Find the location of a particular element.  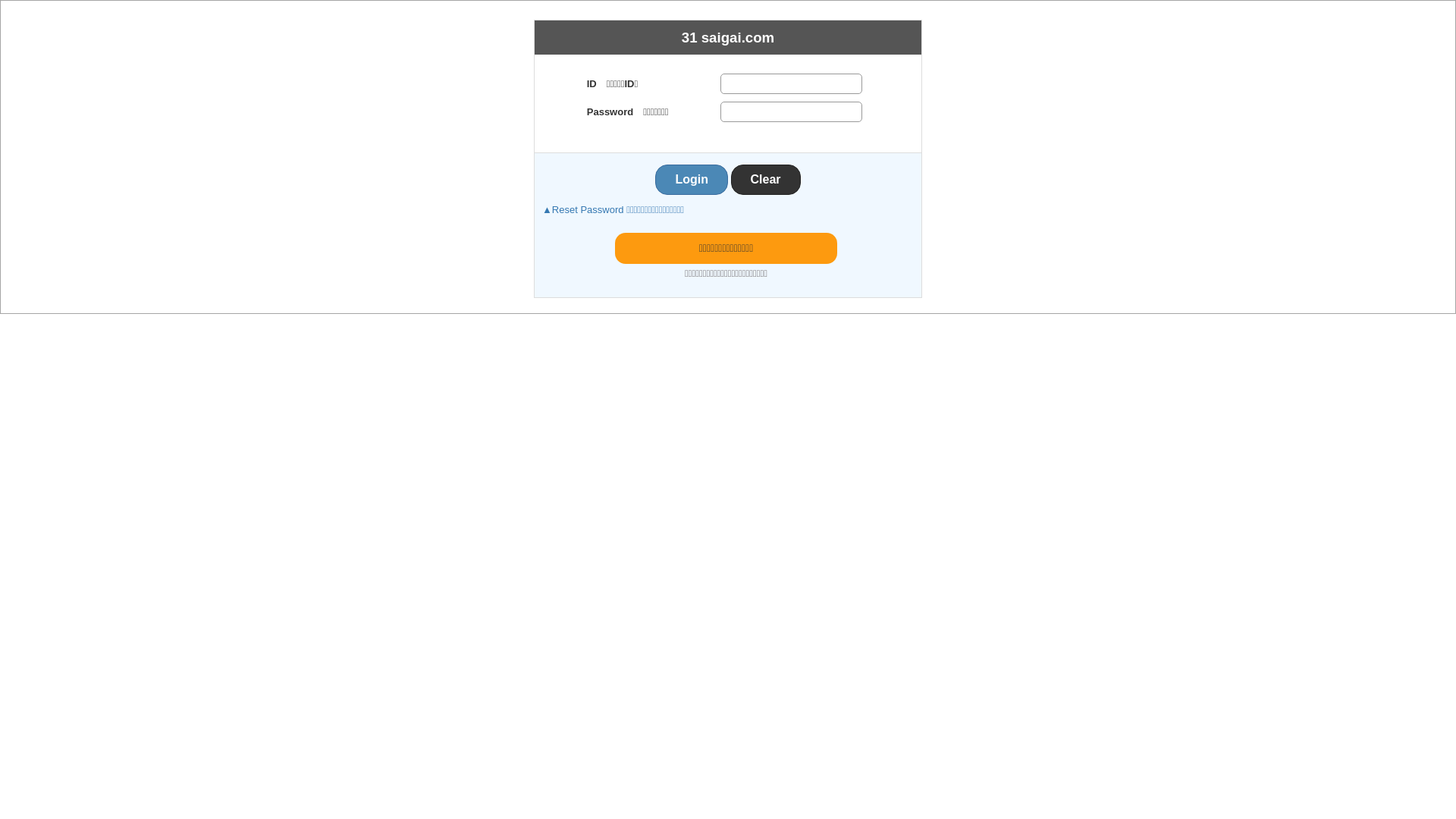

'Clear' is located at coordinates (765, 178).